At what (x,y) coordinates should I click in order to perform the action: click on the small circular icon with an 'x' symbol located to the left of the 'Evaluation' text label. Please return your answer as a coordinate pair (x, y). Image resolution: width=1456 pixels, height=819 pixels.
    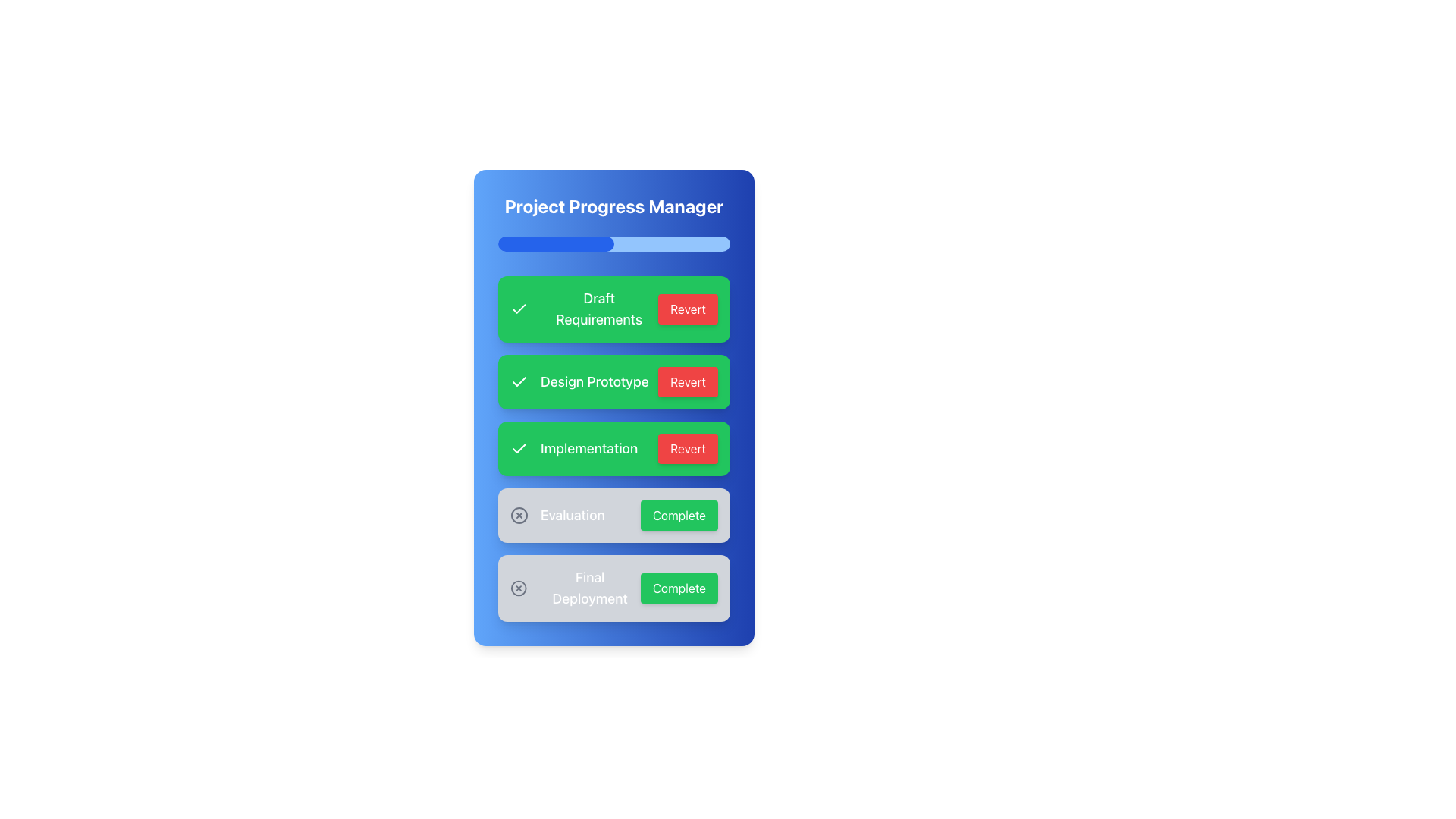
    Looking at the image, I should click on (519, 514).